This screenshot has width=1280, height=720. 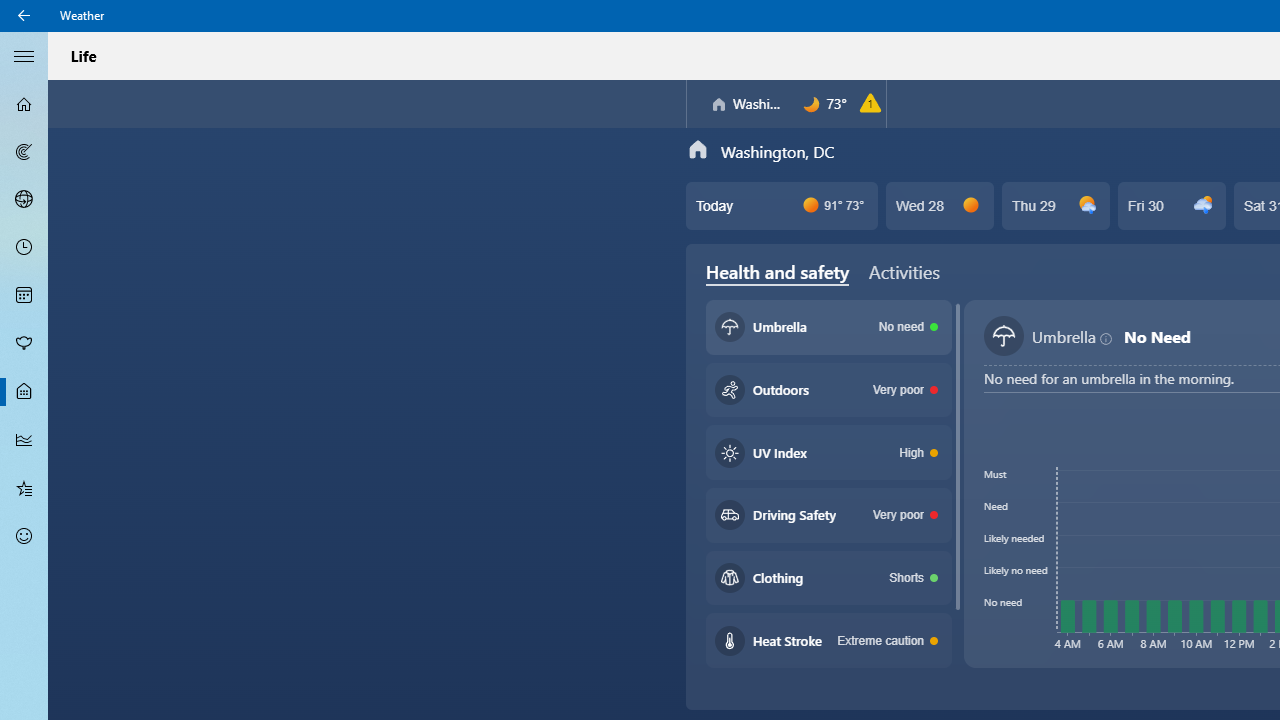 What do you see at coordinates (24, 438) in the screenshot?
I see `'Historical Weather - Not Selected'` at bounding box center [24, 438].